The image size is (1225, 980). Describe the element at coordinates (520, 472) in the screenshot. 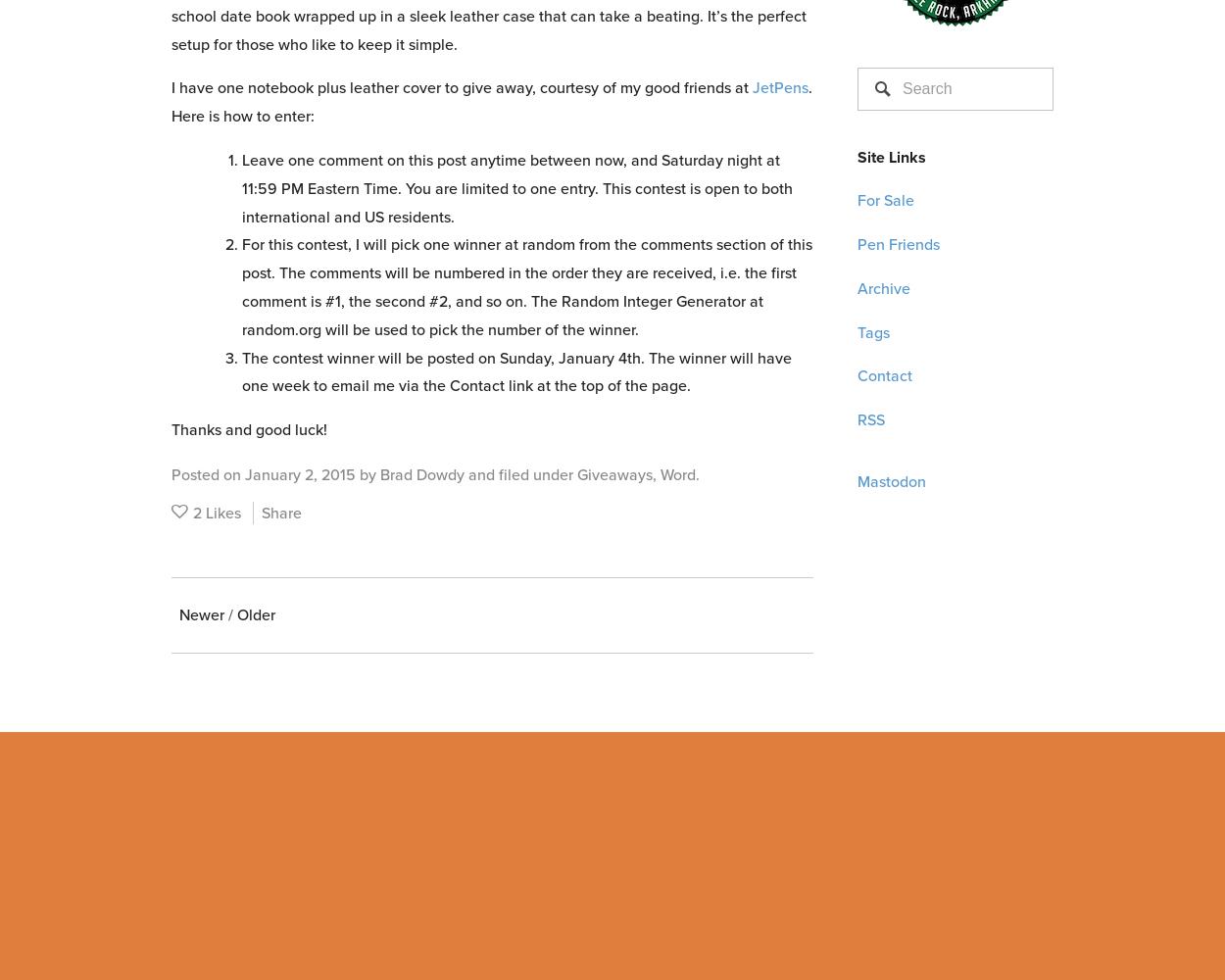

I see `'and filed under'` at that location.